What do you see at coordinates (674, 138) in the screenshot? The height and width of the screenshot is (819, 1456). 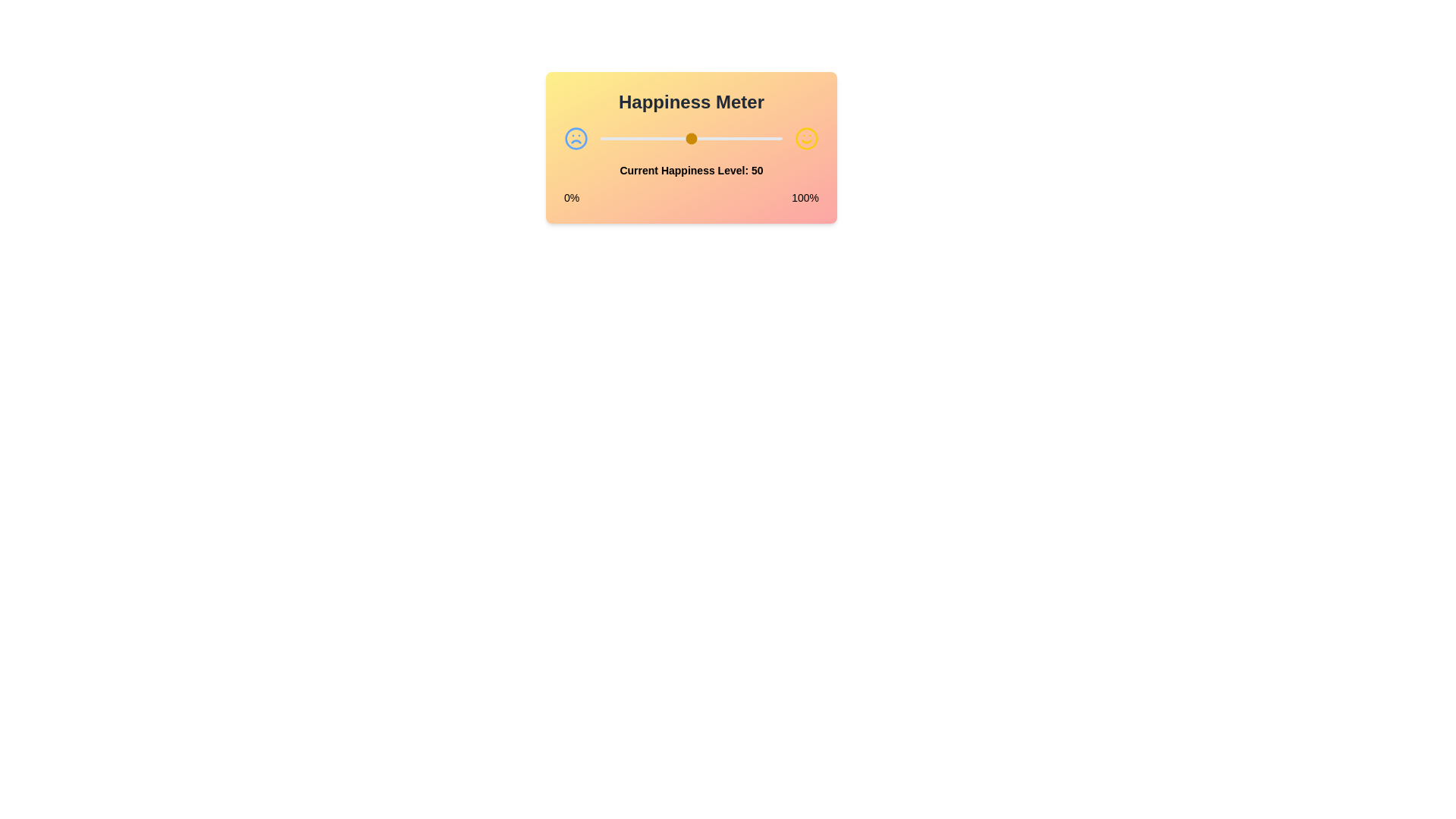 I see `the happiness level to 41 by dragging the slider` at bounding box center [674, 138].